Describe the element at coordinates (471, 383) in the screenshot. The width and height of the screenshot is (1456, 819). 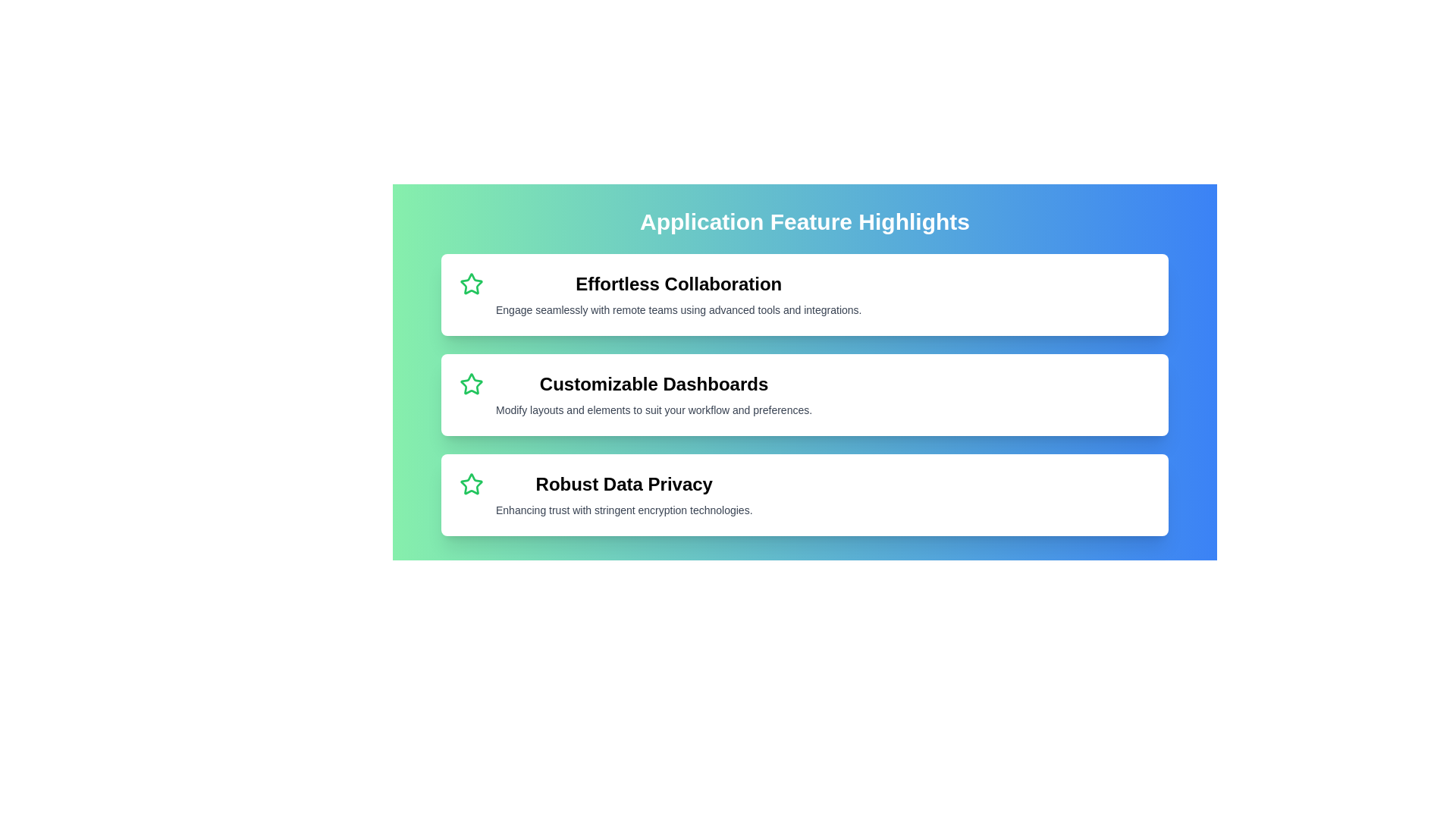
I see `the icon representing the feature highlight for 'Customizable Dashboards' to interact with the associated content` at that location.